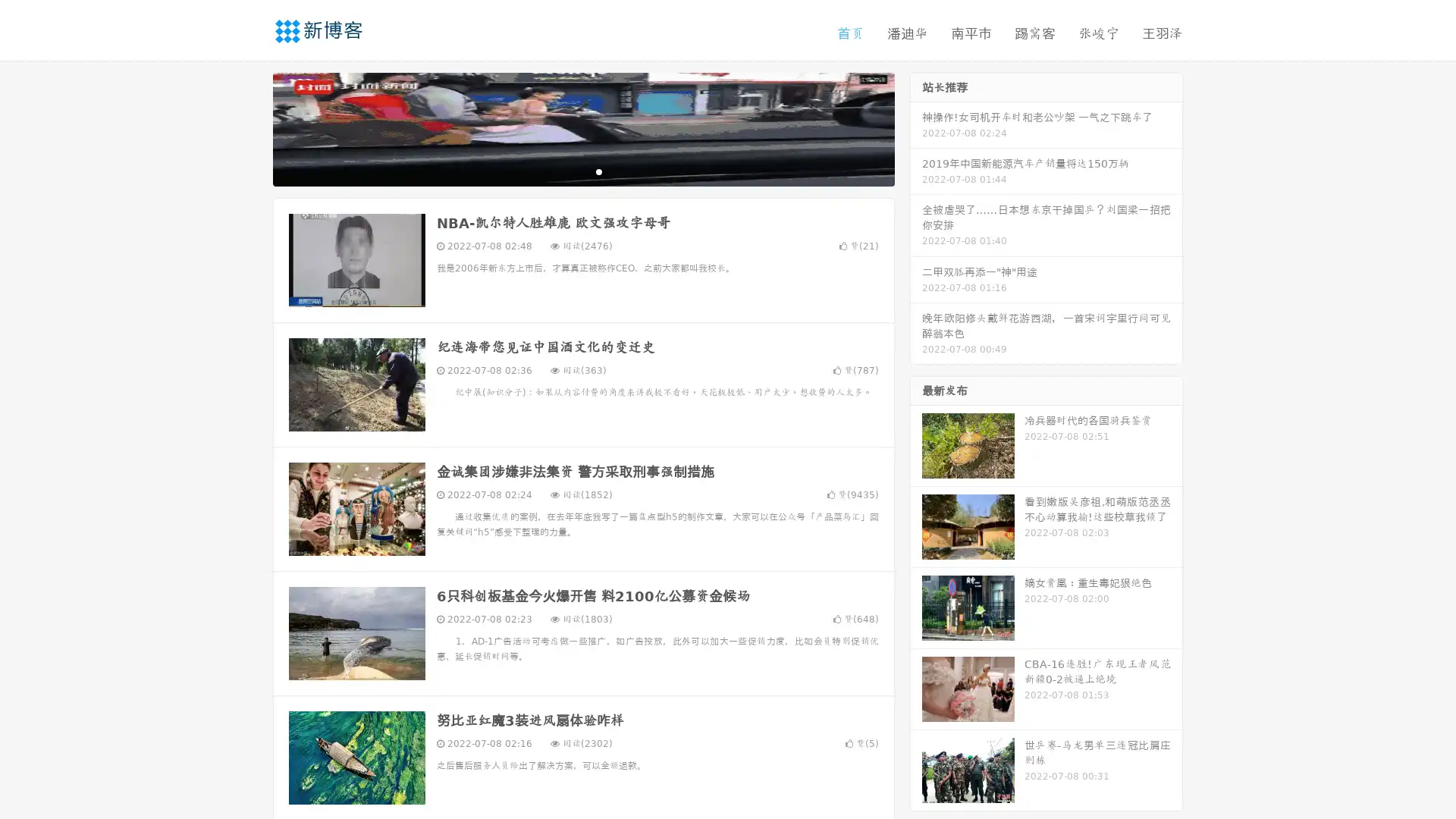  Describe the element at coordinates (250, 127) in the screenshot. I see `Previous slide` at that location.